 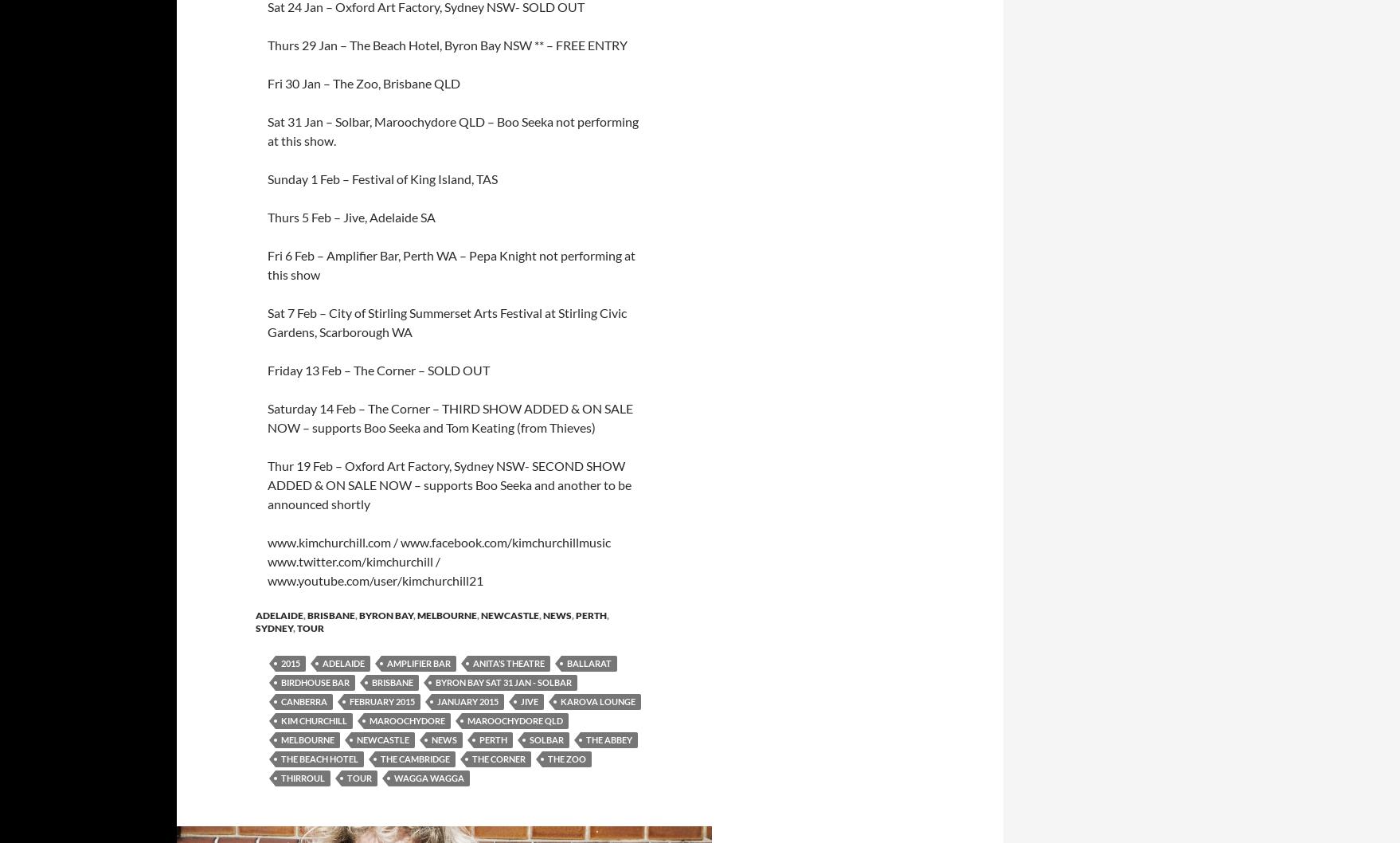 What do you see at coordinates (597, 700) in the screenshot?
I see `'Karova Lounge'` at bounding box center [597, 700].